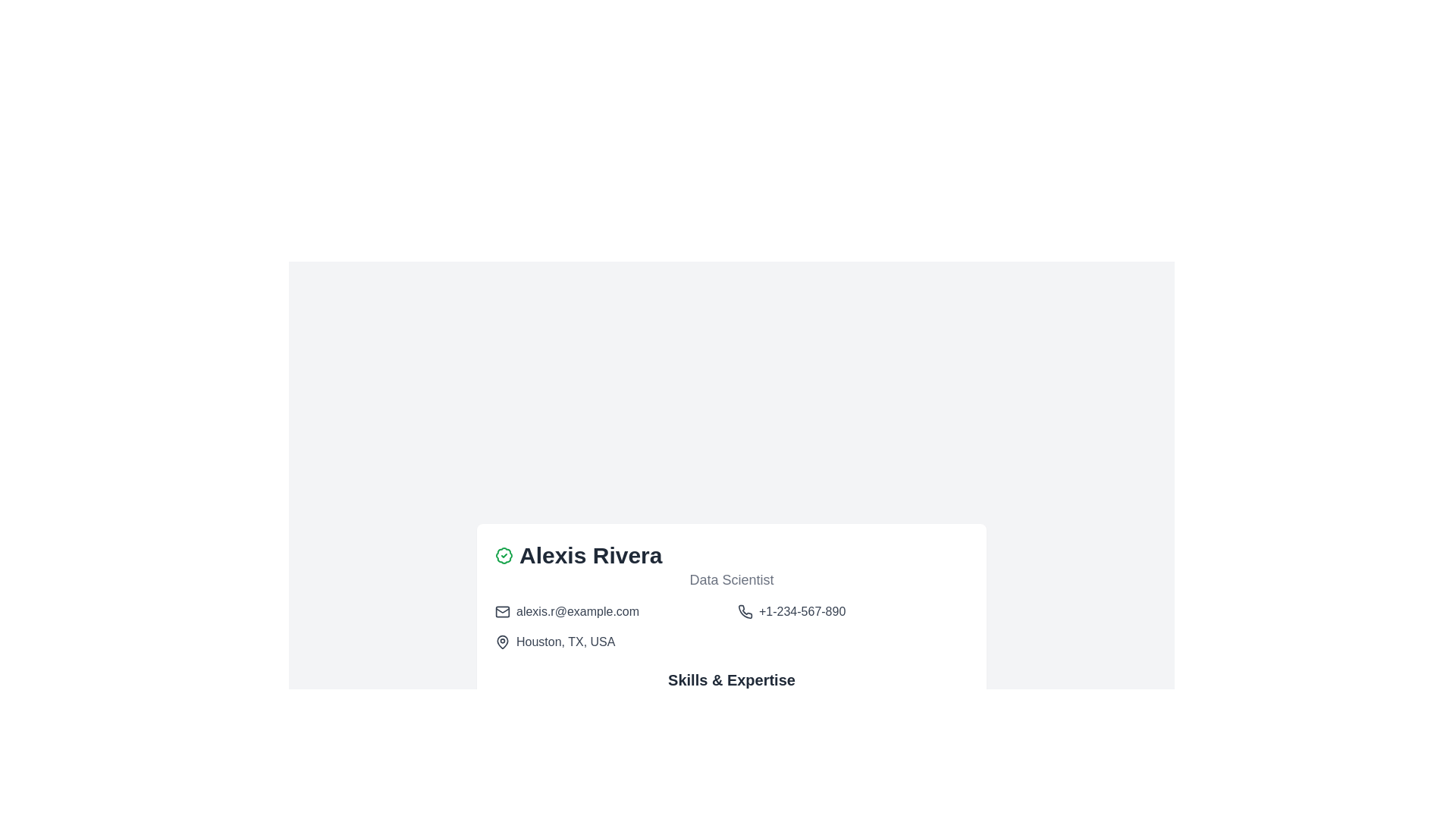 The image size is (1456, 819). What do you see at coordinates (731, 579) in the screenshot?
I see `the 'Data Scientist' text label, which is styled in a subtle gray font and located directly below the bold 'Alexis Rivera' text` at bounding box center [731, 579].